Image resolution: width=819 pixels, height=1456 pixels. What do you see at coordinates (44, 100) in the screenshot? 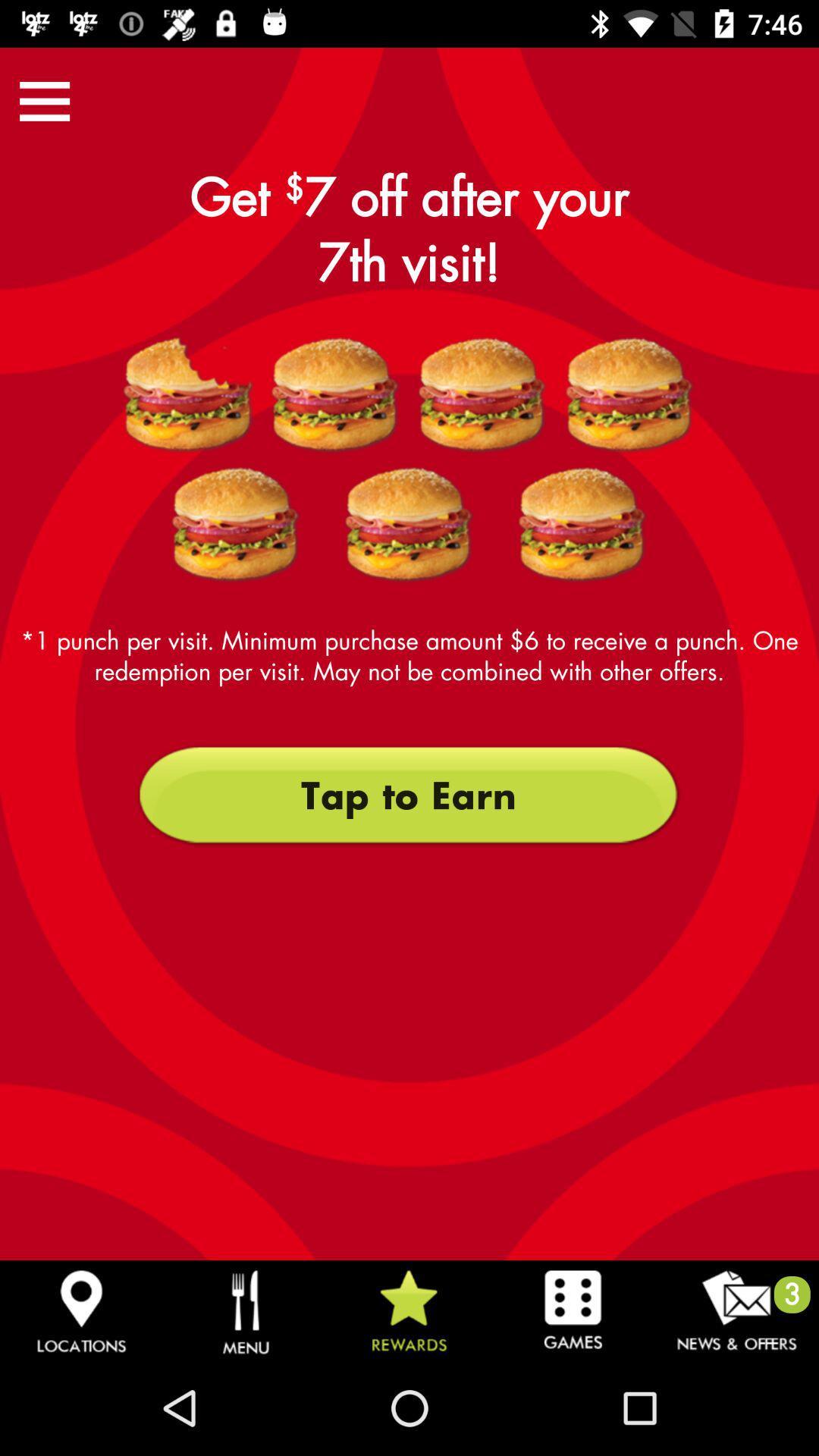
I see `open menu` at bounding box center [44, 100].